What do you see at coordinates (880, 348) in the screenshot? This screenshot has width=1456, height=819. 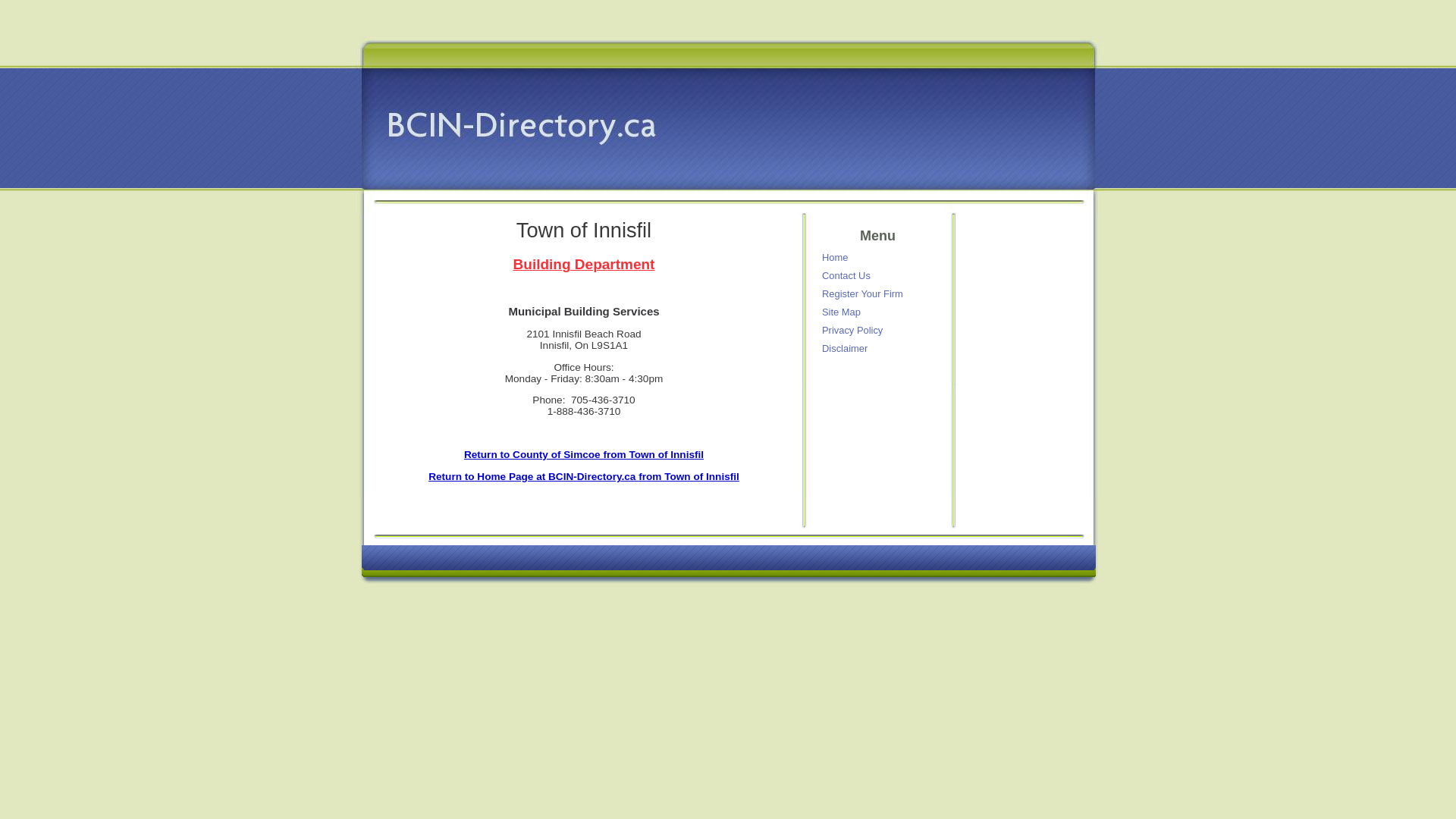 I see `'Disclaimer'` at bounding box center [880, 348].